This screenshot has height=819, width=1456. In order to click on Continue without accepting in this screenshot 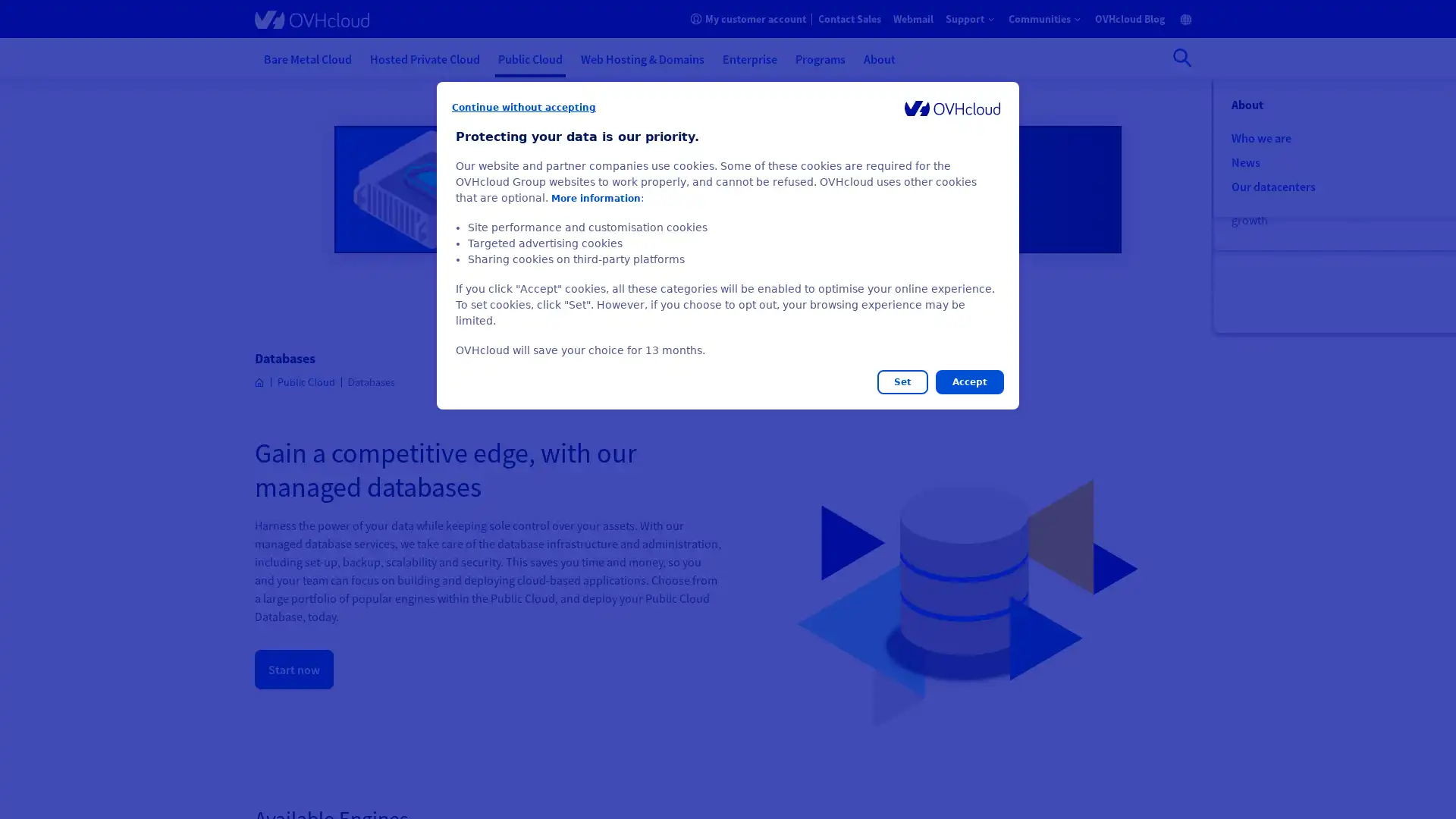, I will do `click(524, 107)`.